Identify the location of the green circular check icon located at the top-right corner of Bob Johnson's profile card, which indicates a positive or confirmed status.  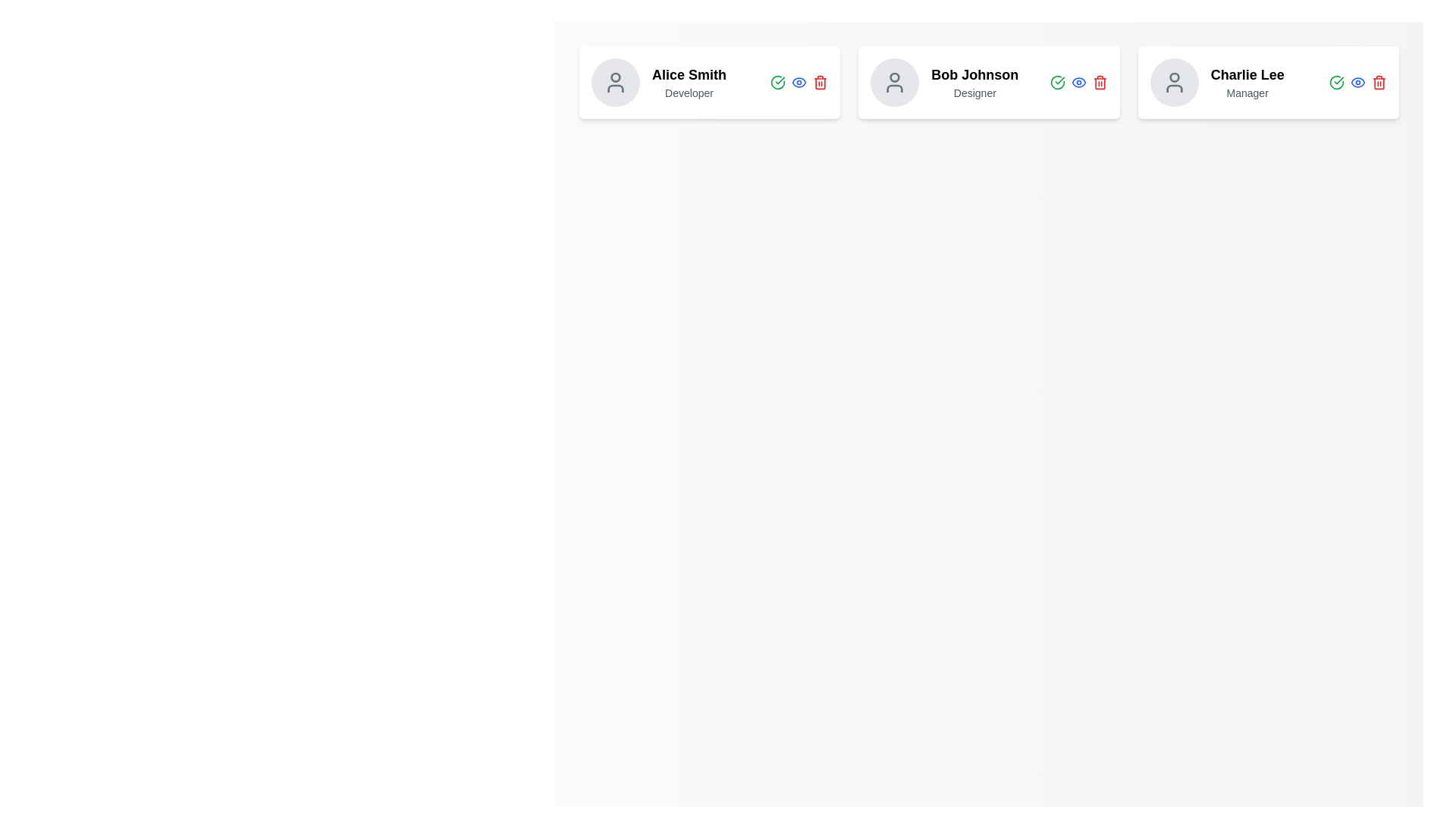
(1056, 82).